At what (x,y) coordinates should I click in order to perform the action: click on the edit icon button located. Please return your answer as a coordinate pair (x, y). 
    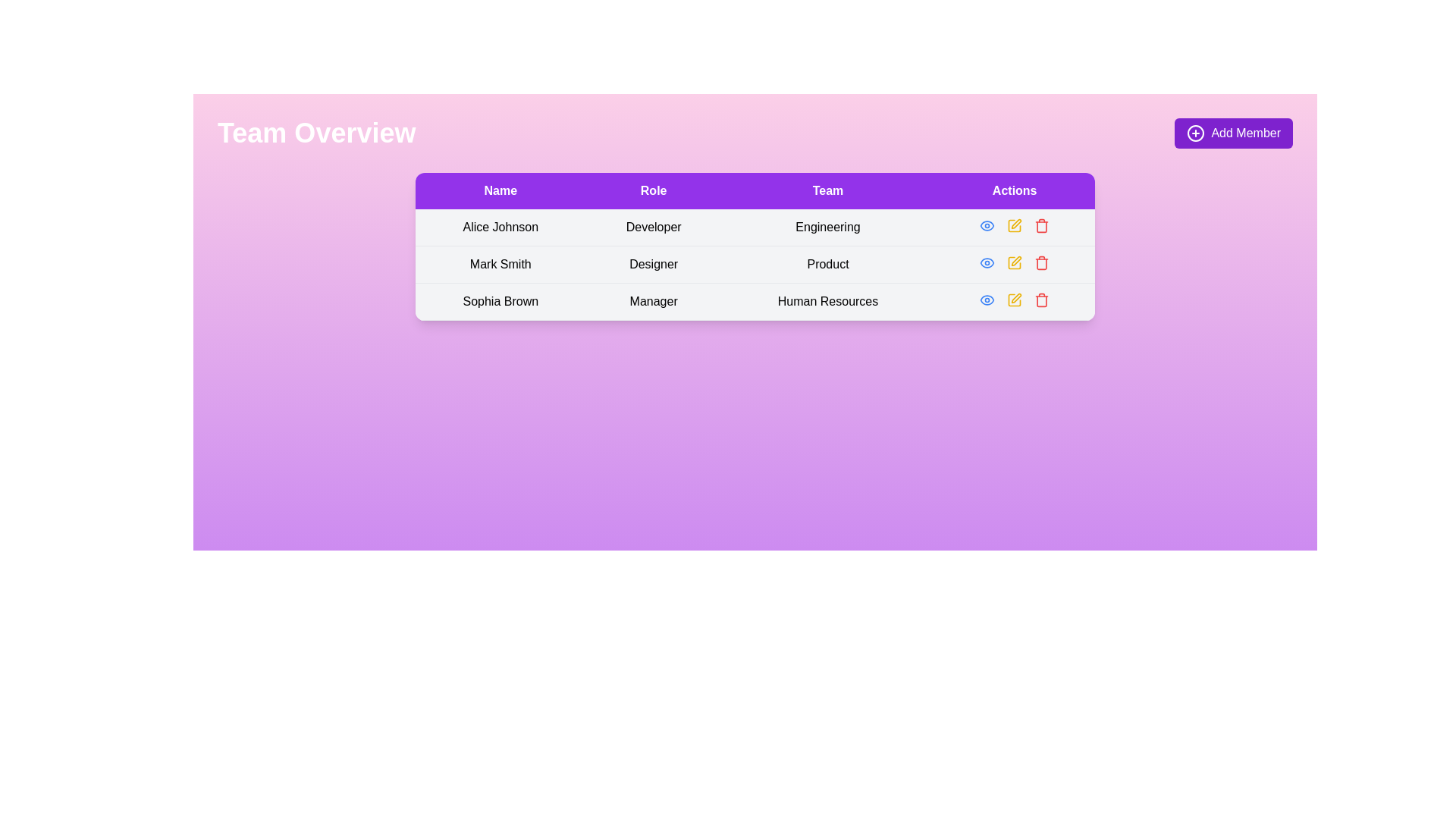
    Looking at the image, I should click on (1015, 259).